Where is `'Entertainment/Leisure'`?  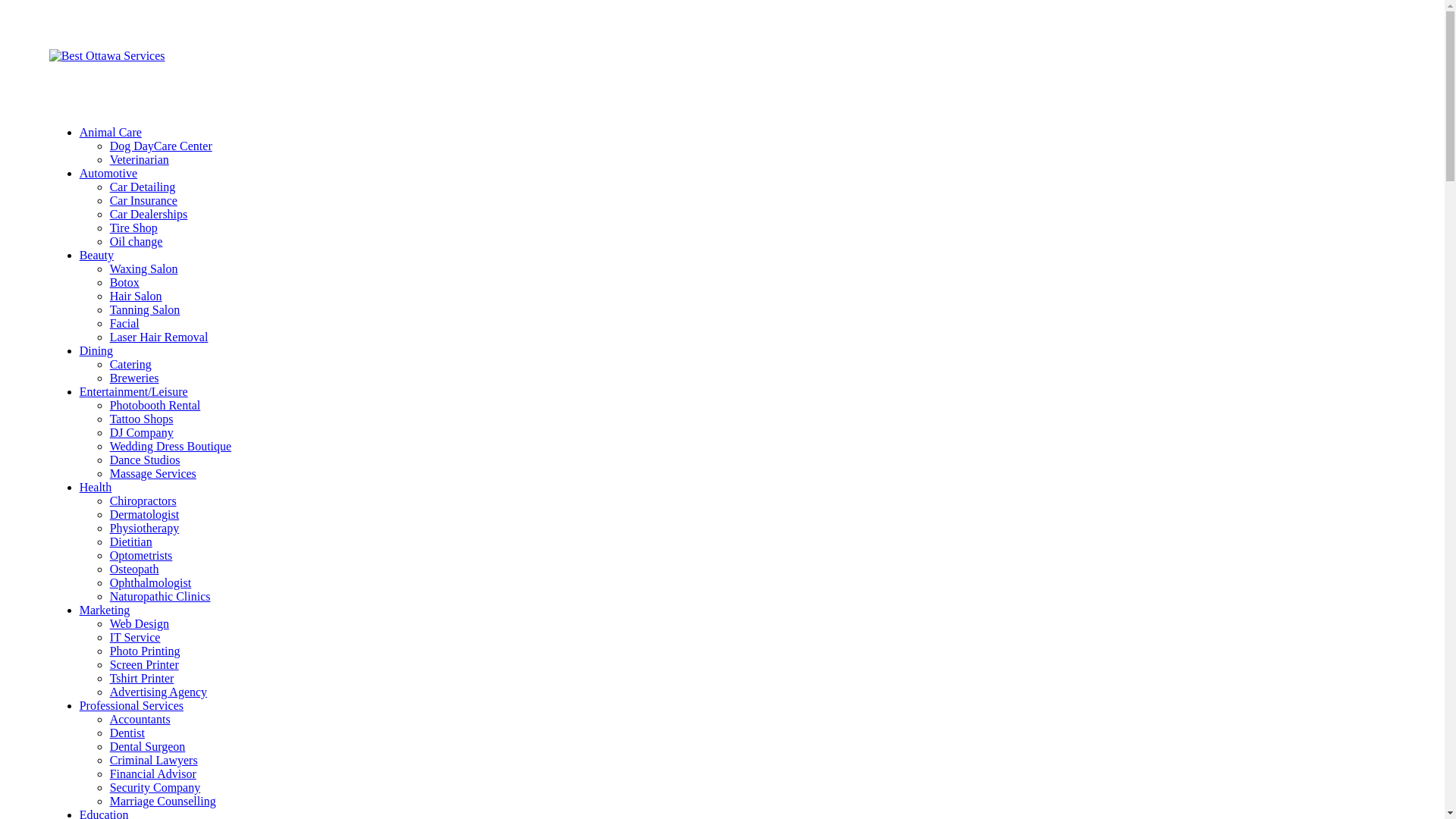
'Entertainment/Leisure' is located at coordinates (133, 391).